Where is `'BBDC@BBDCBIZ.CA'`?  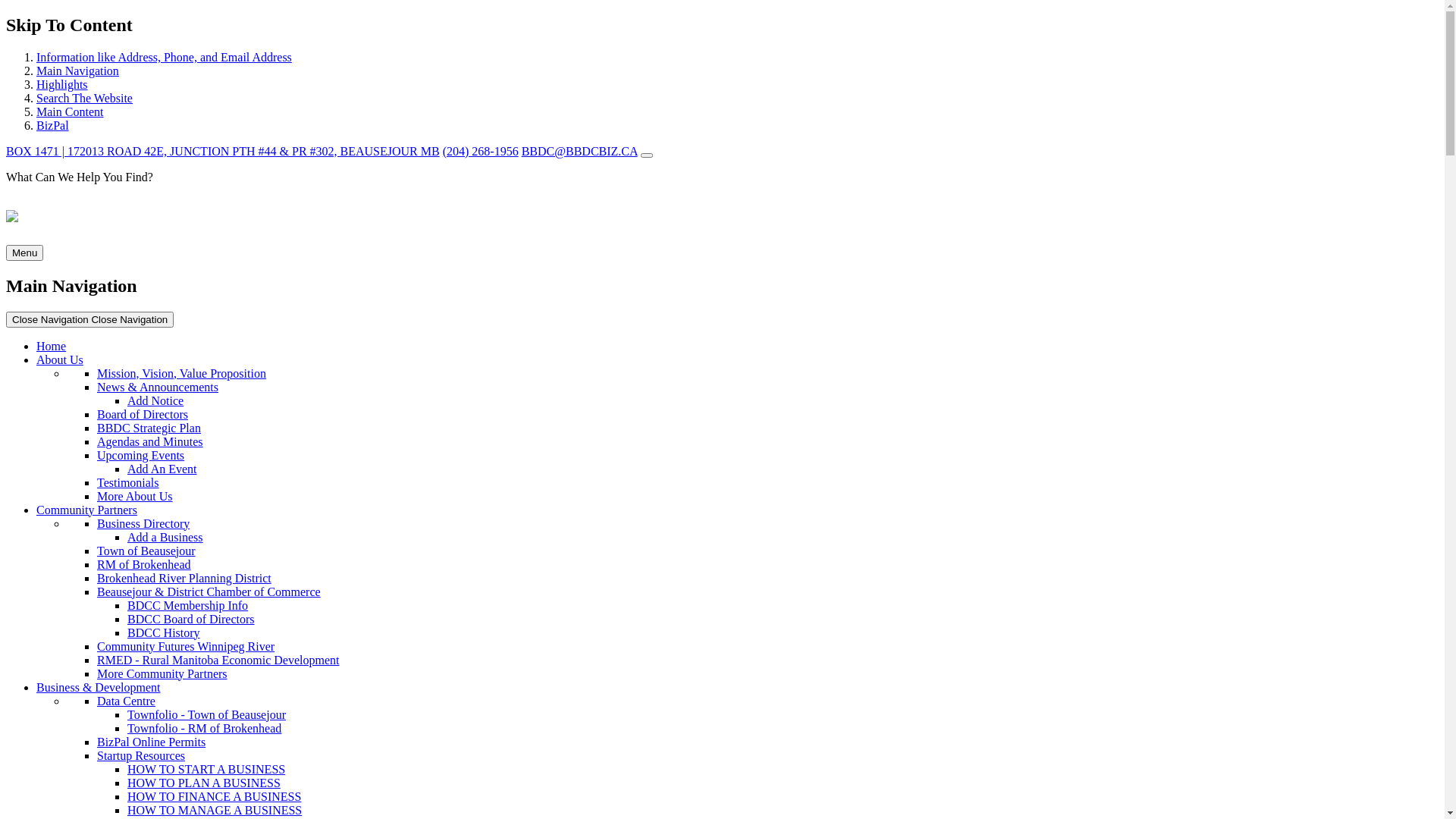
'BBDC@BBDCBIZ.CA' is located at coordinates (579, 151).